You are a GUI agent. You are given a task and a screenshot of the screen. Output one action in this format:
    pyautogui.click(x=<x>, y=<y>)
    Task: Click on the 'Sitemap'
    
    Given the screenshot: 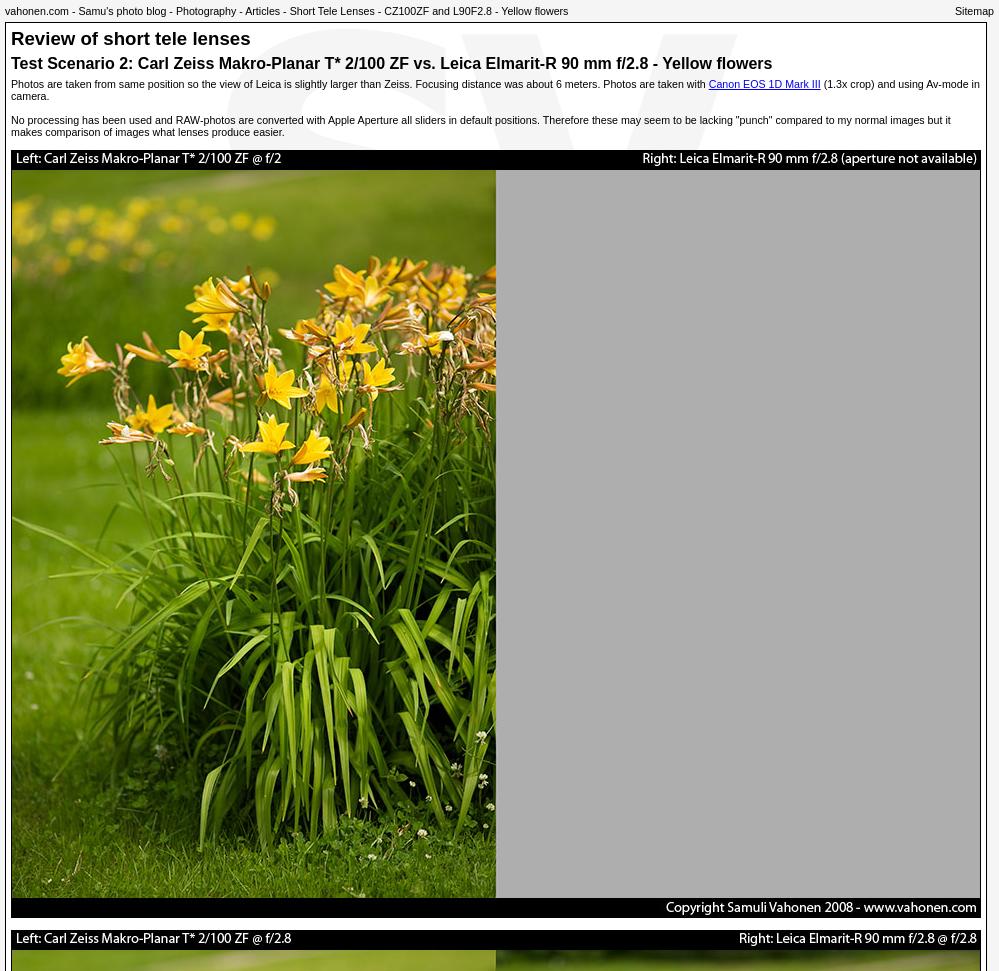 What is the action you would take?
    pyautogui.click(x=973, y=10)
    